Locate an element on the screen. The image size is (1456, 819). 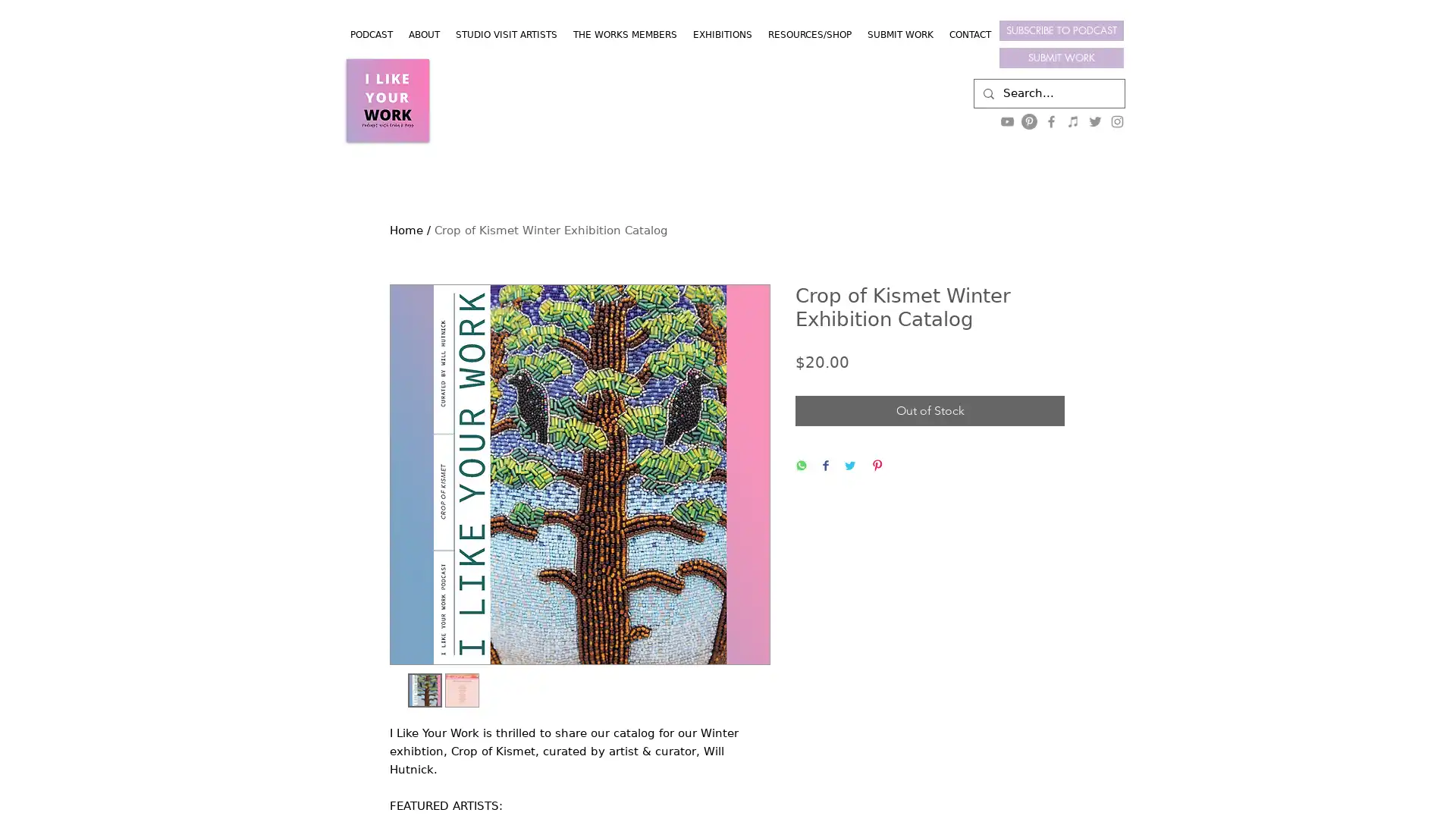
Share on WhatsApp is located at coordinates (800, 466).